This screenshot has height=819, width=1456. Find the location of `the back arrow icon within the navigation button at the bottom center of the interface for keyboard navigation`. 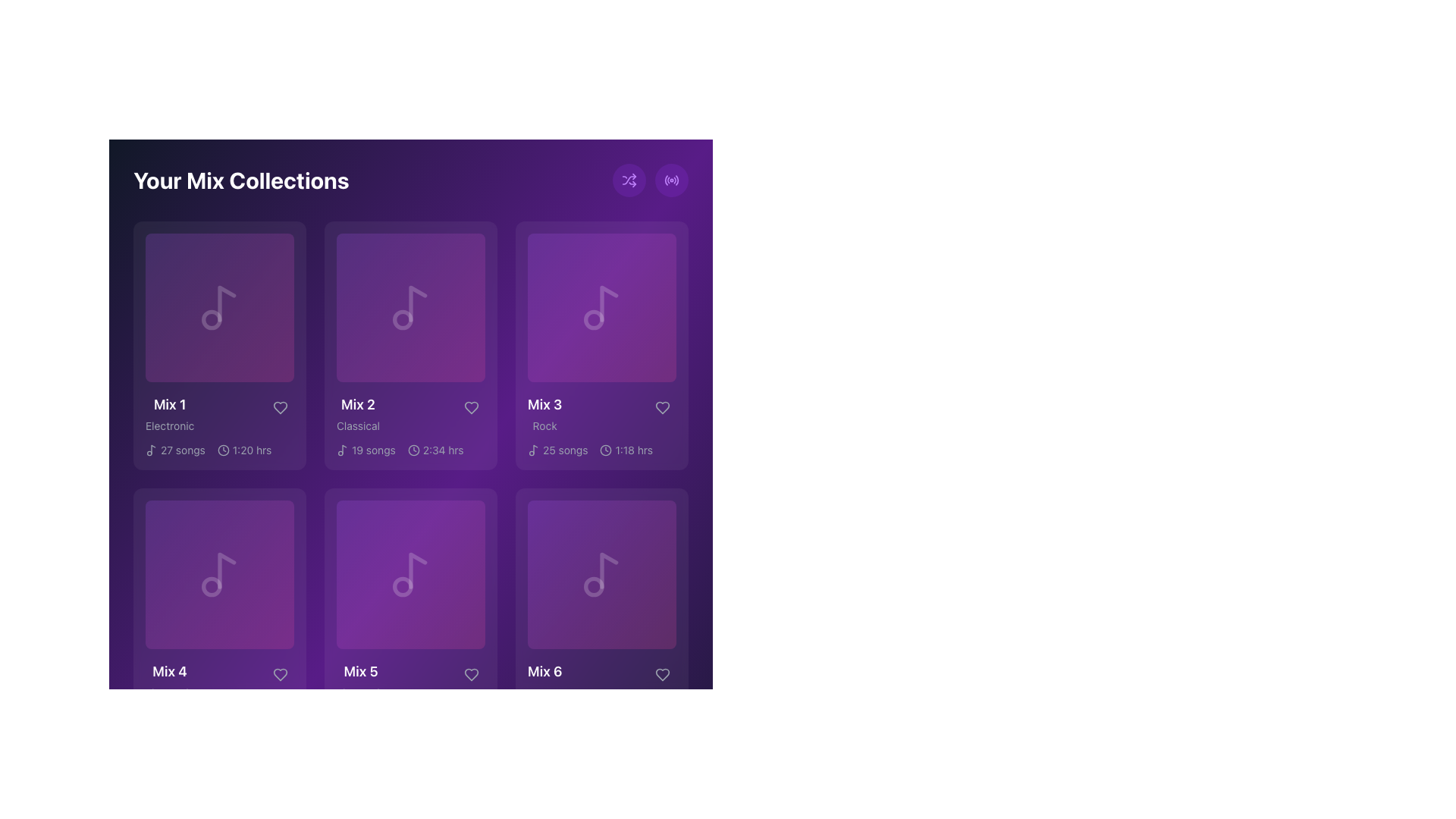

the back arrow icon within the navigation button at the bottom center of the interface for keyboard navigation is located at coordinates (318, 776).